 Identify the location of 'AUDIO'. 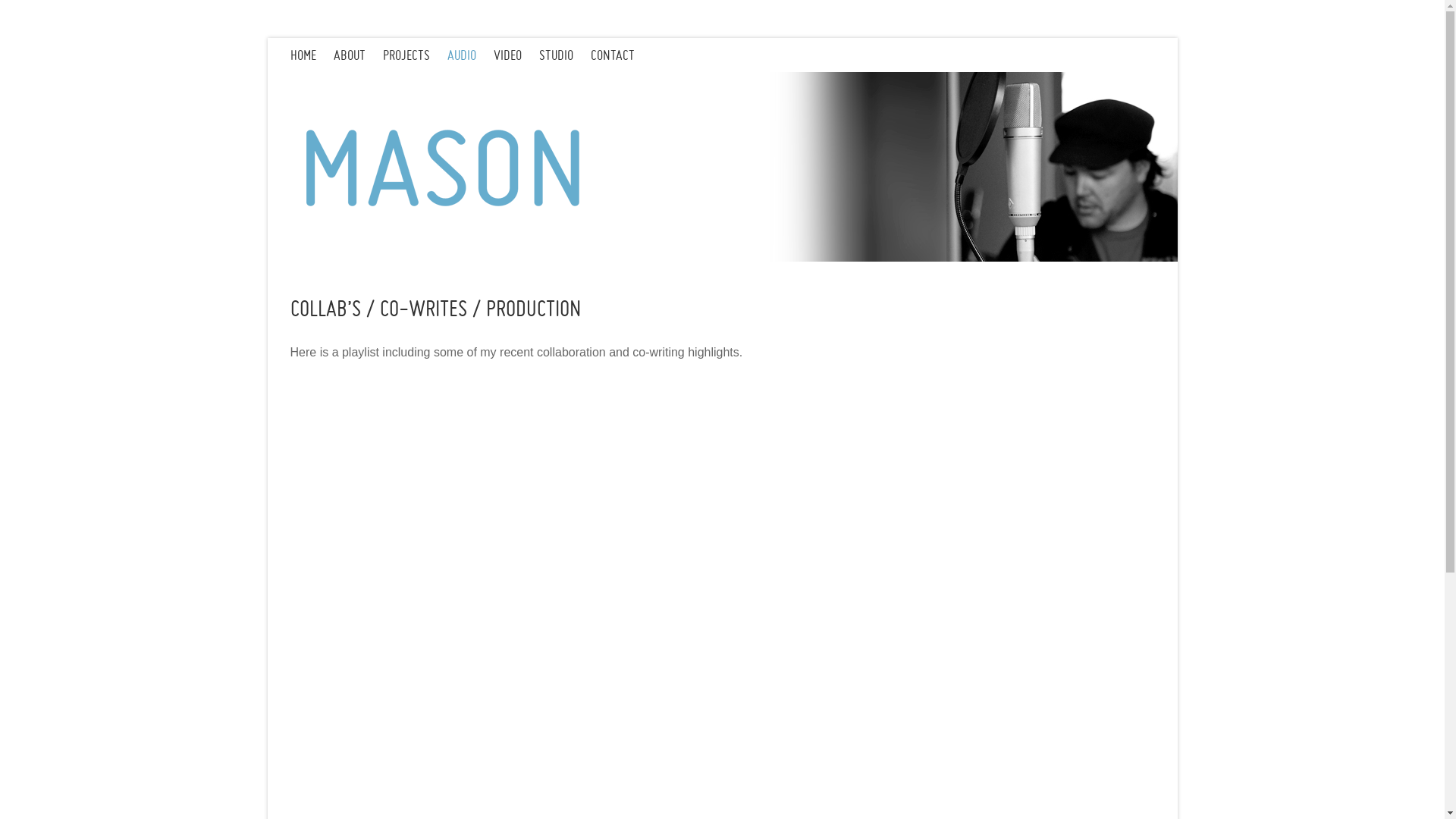
(447, 54).